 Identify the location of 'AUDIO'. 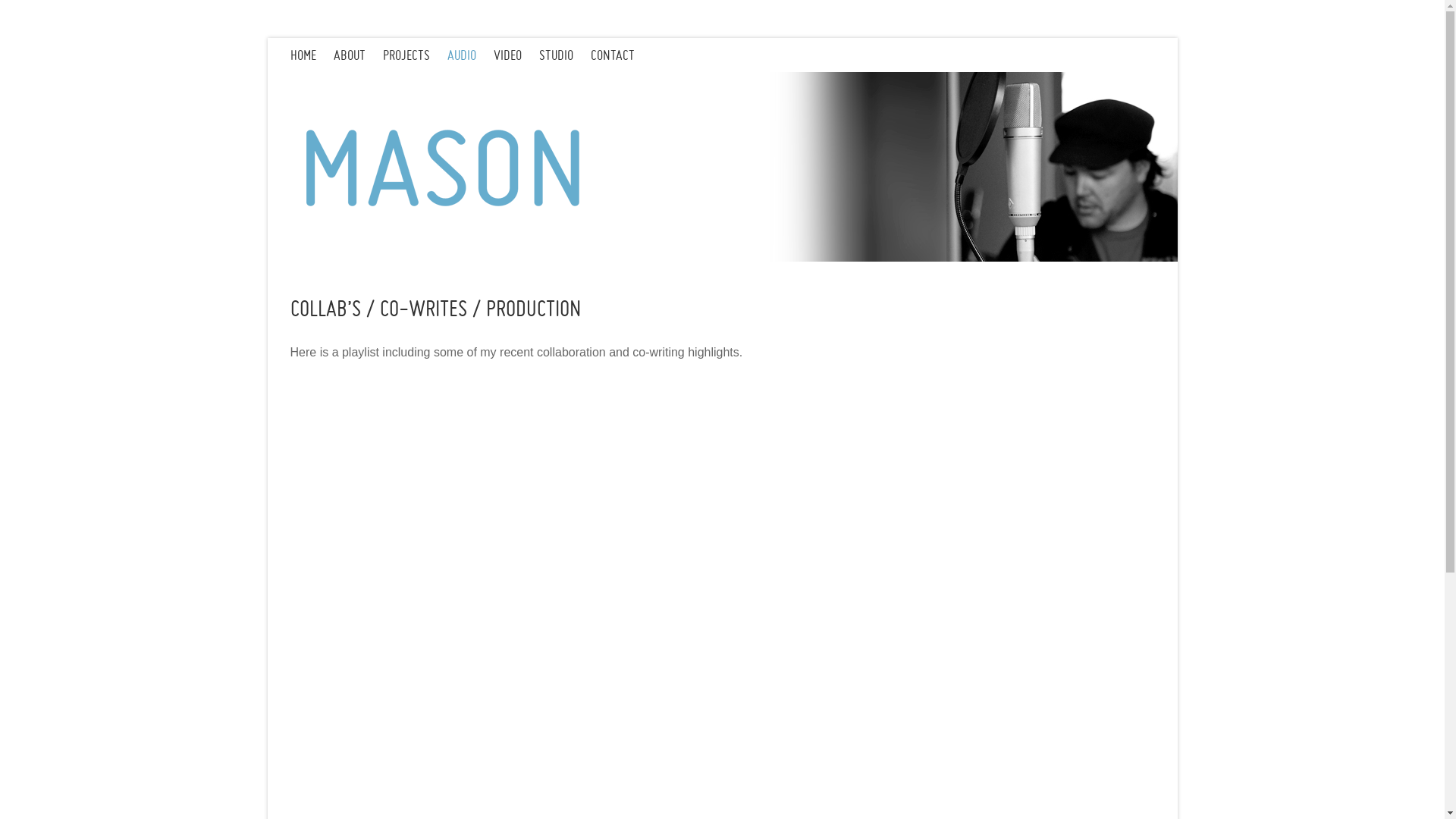
(447, 54).